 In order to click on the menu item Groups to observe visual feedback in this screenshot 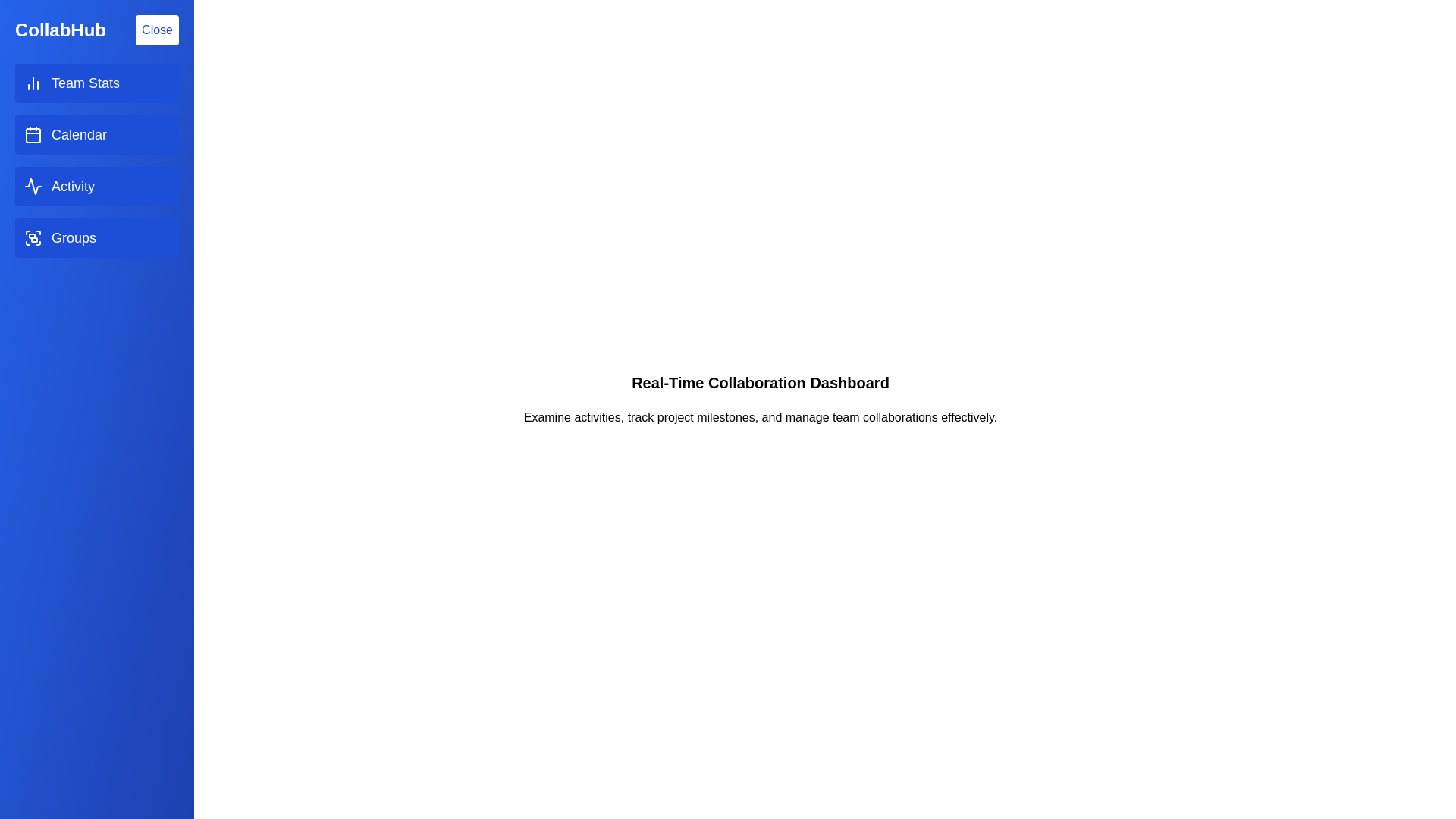, I will do `click(96, 237)`.